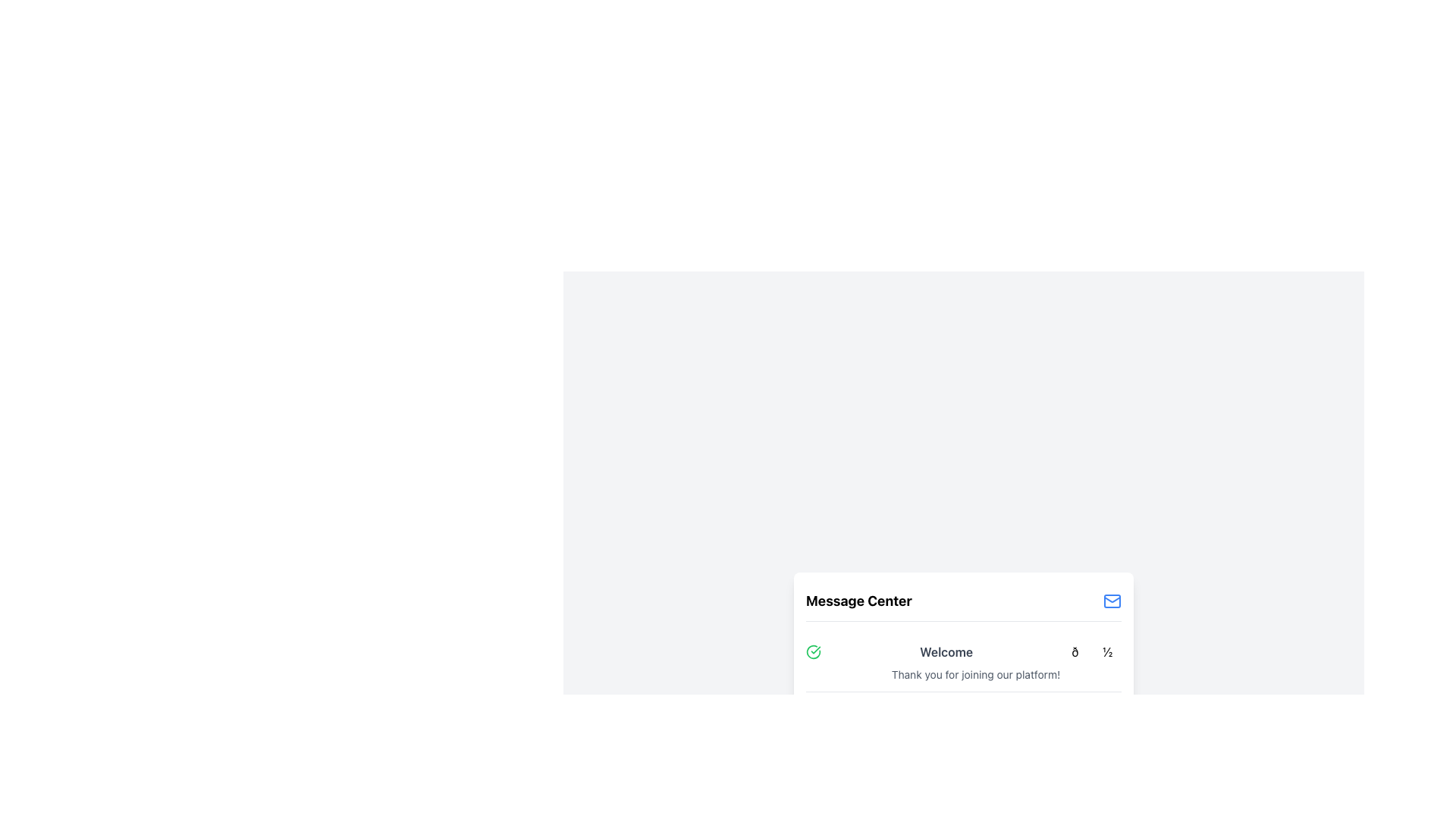 This screenshot has width=1456, height=819. I want to click on the envelope icon located on the right side of the 'Message Center' header, which features bold text and a distinct blue envelope icon, so click(963, 604).